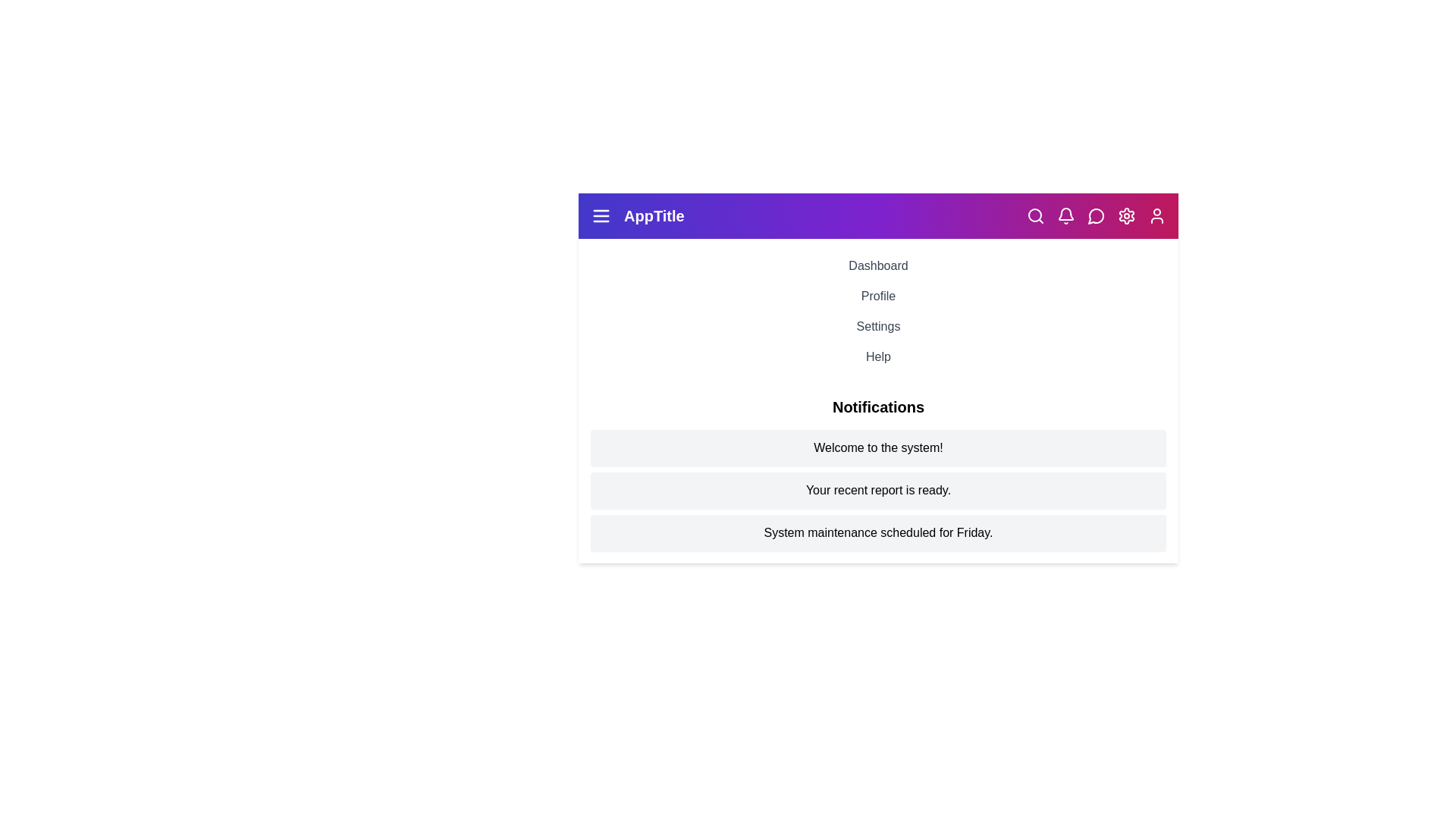  Describe the element at coordinates (878, 326) in the screenshot. I see `the navigation link Settings in the menu` at that location.